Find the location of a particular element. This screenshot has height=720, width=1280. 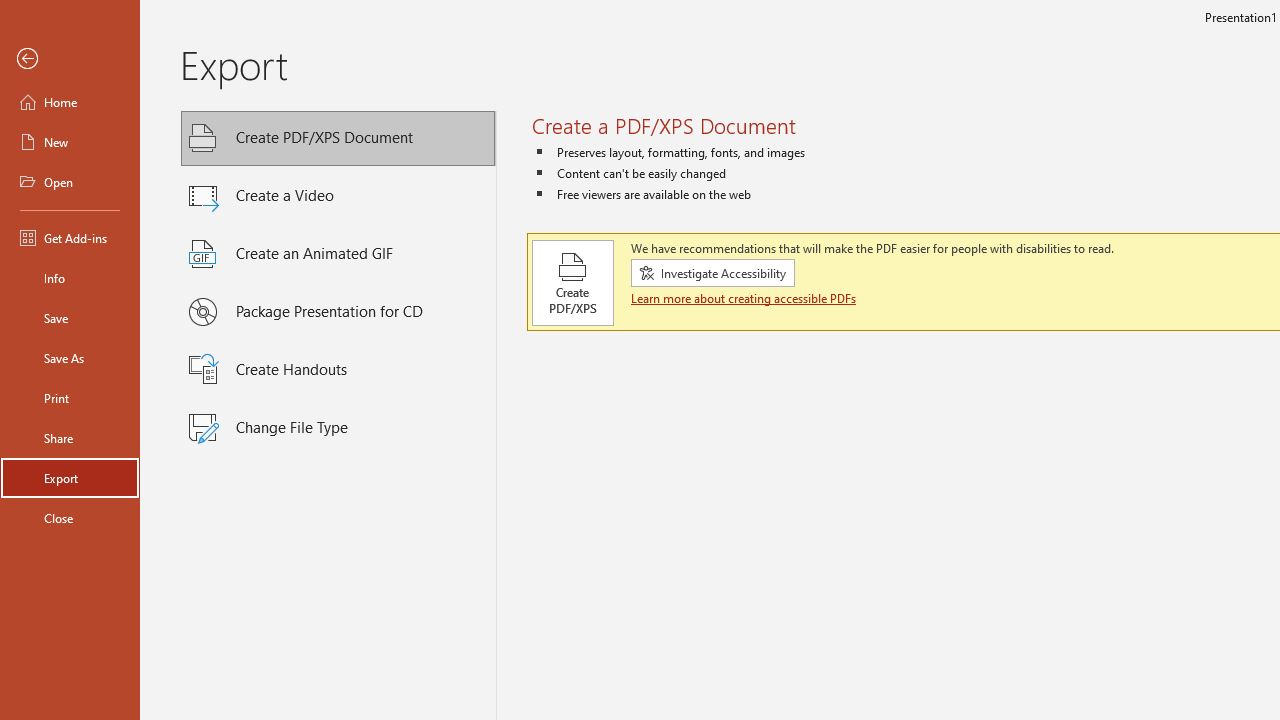

'Print' is located at coordinates (69, 398).